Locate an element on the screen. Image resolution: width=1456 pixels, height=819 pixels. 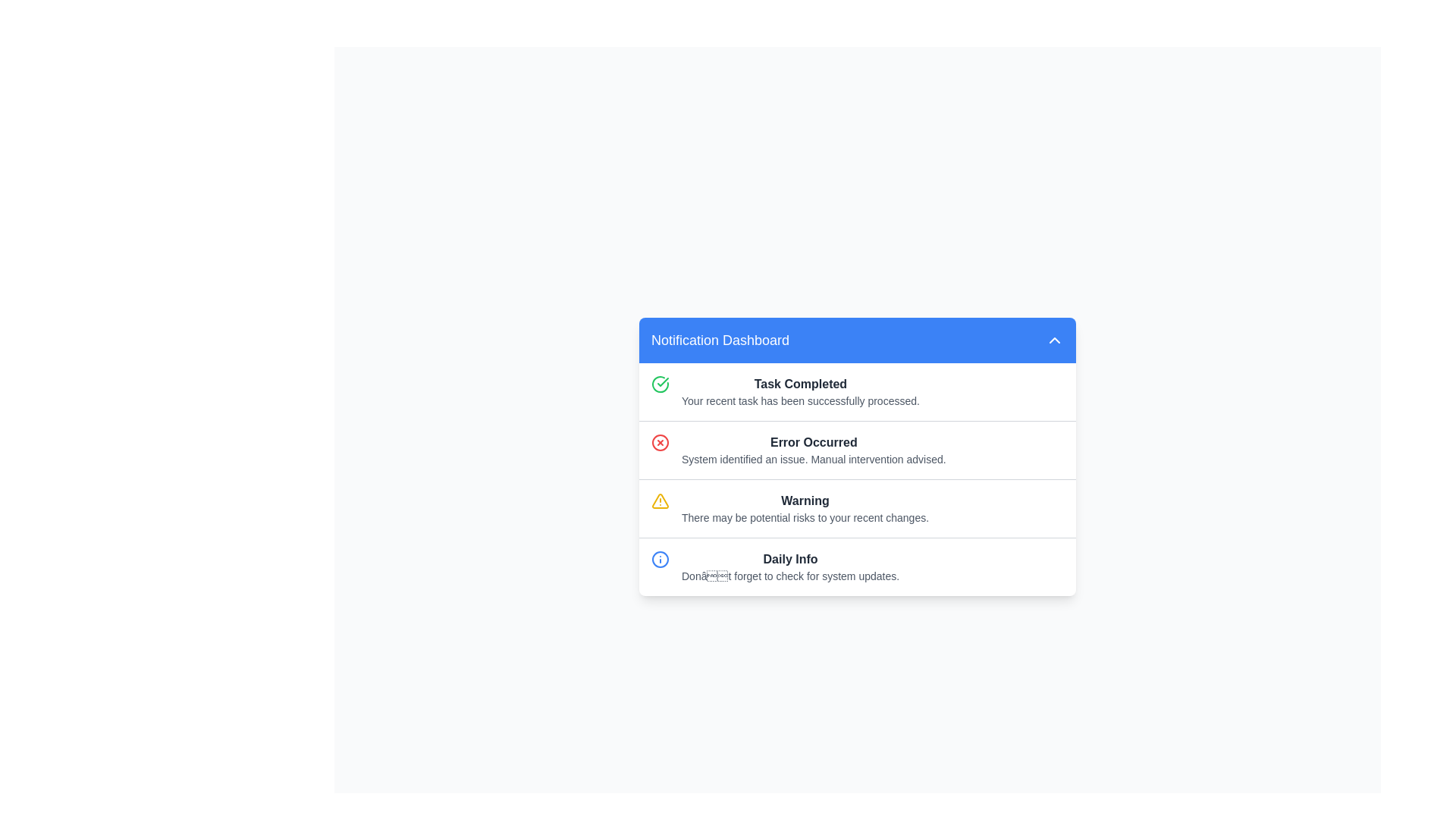
the green circular icon with a checkmark inside, located to the left of the 'Task Completed' label in the notification dashboard is located at coordinates (660, 383).